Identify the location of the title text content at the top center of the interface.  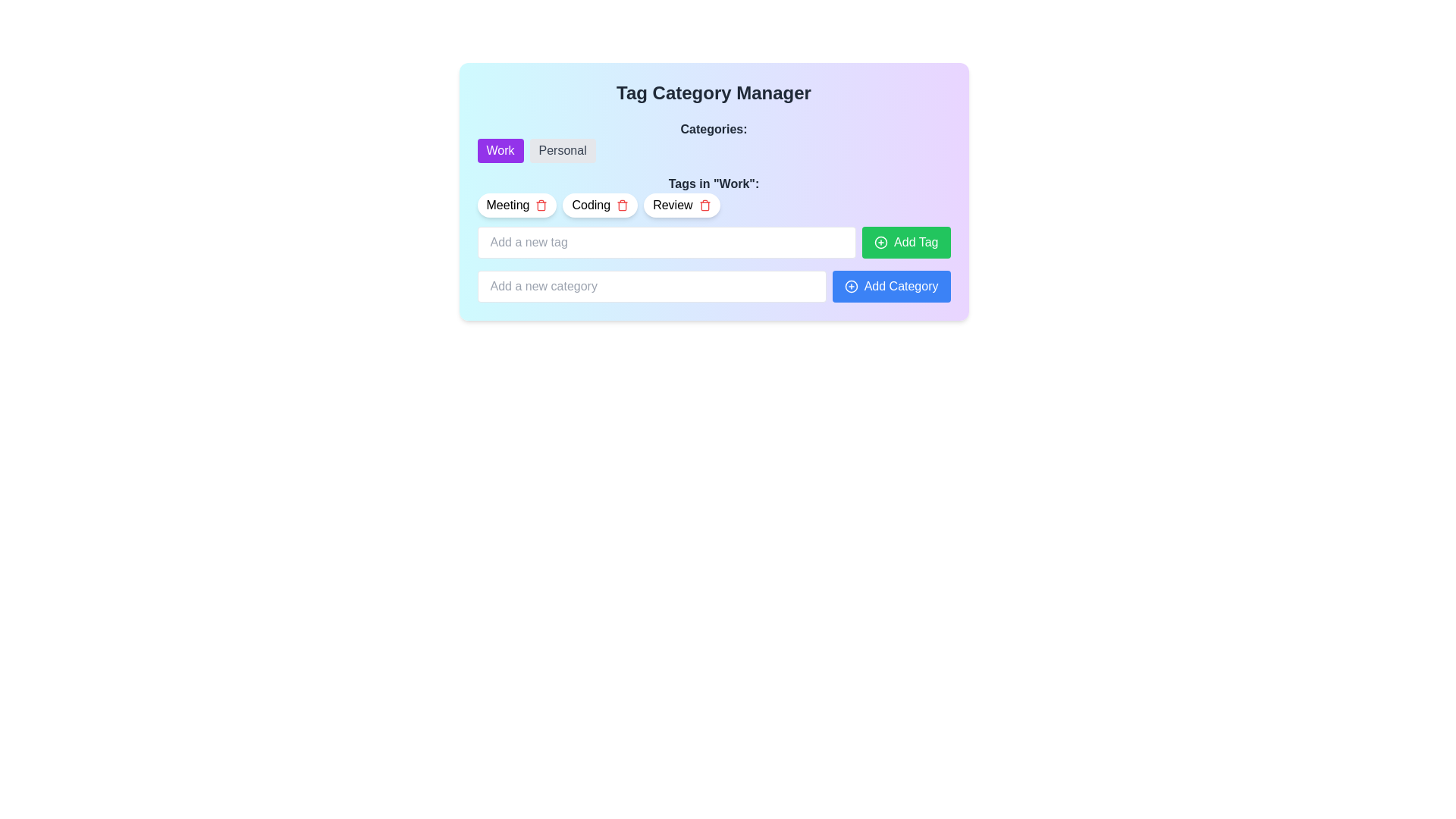
(713, 93).